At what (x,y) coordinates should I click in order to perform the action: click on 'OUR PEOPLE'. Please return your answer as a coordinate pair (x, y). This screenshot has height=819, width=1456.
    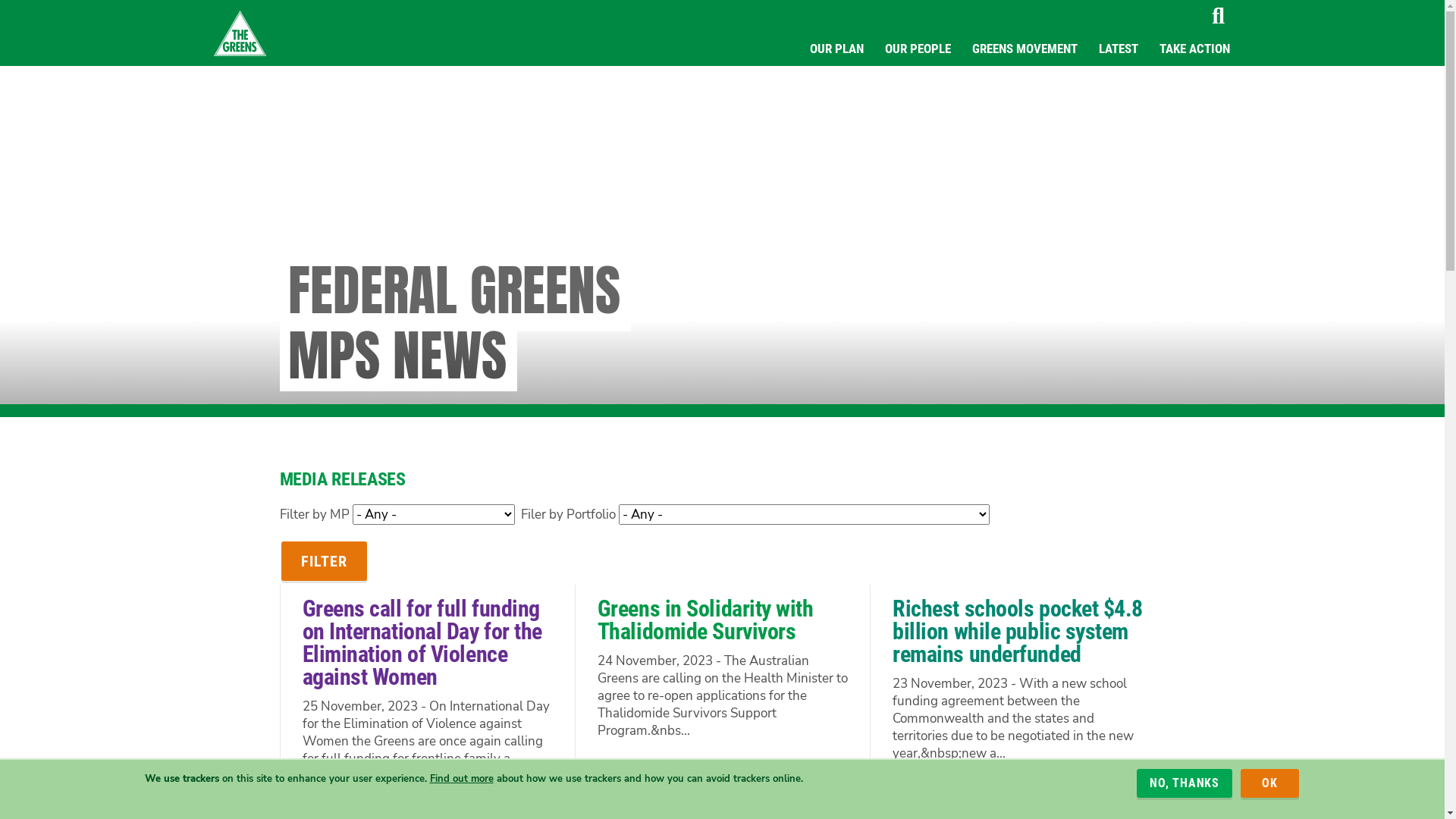
    Looking at the image, I should click on (916, 48).